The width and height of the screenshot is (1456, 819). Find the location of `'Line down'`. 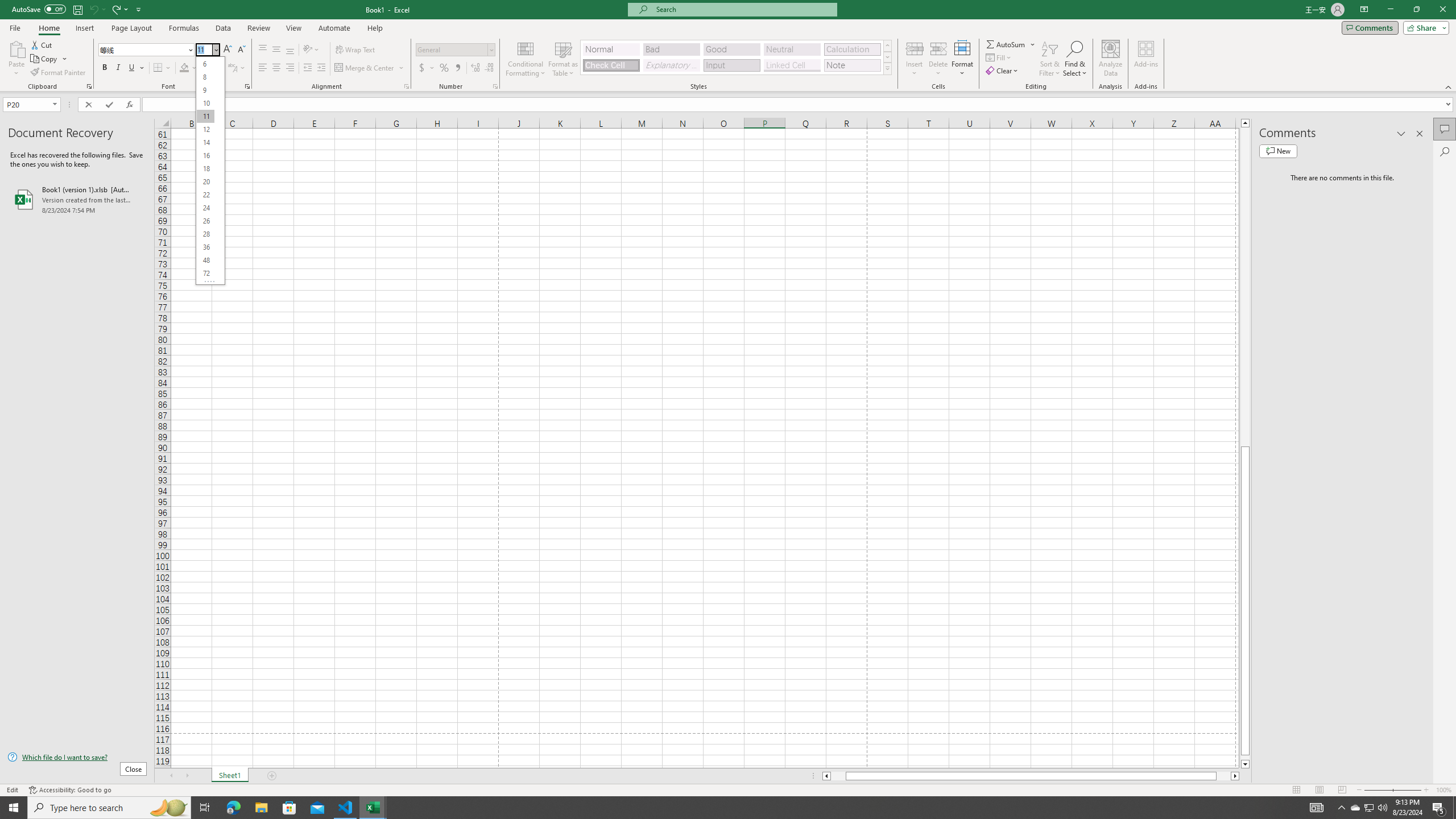

'Line down' is located at coordinates (1245, 764).